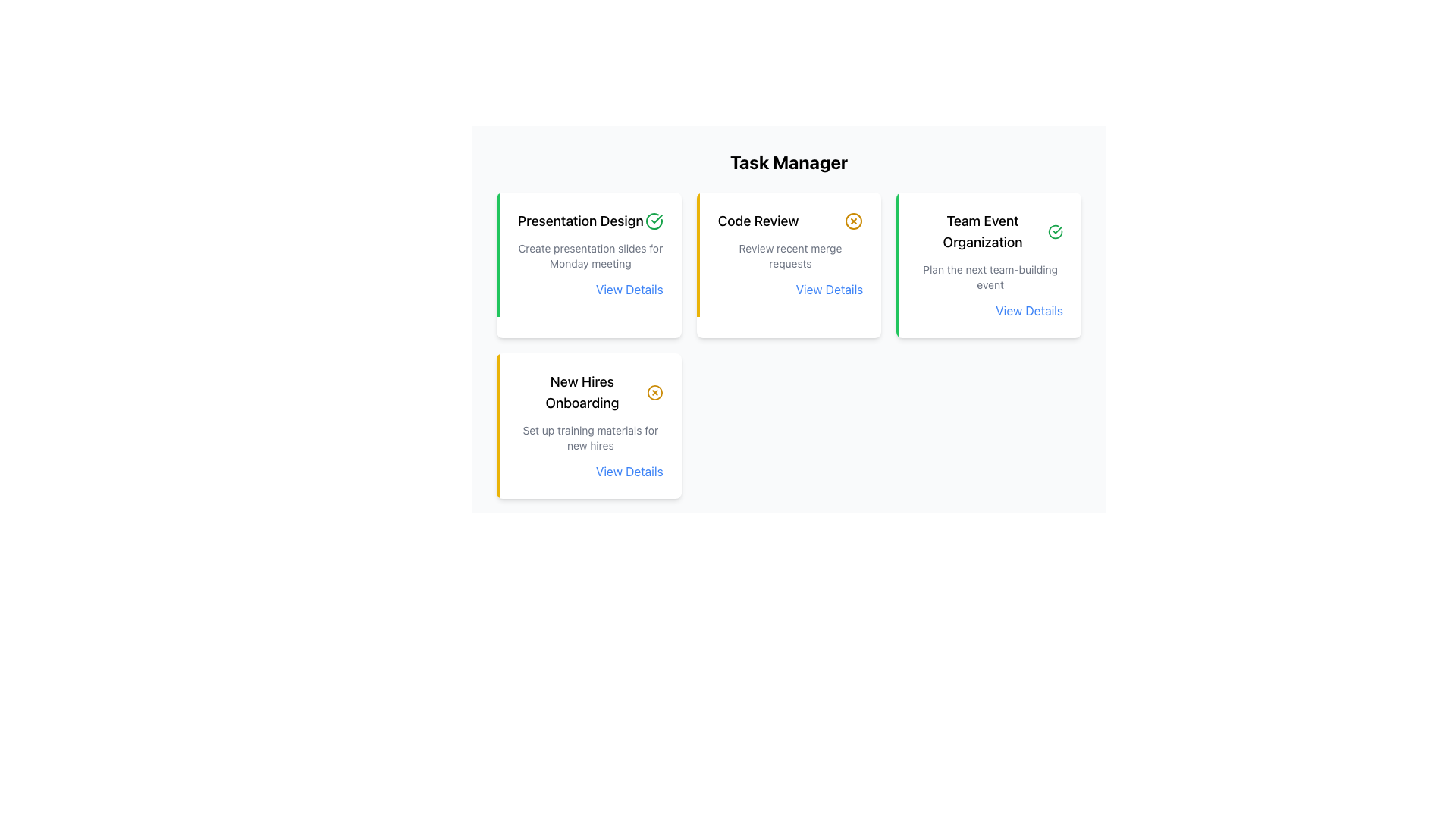  Describe the element at coordinates (654, 391) in the screenshot. I see `the circular outlined icon with a diagonal cross inside, colored yellow, located to the right of the 'New Hires Onboarding' text in the bottom-left segment of the 'Task Manager' interface` at that location.